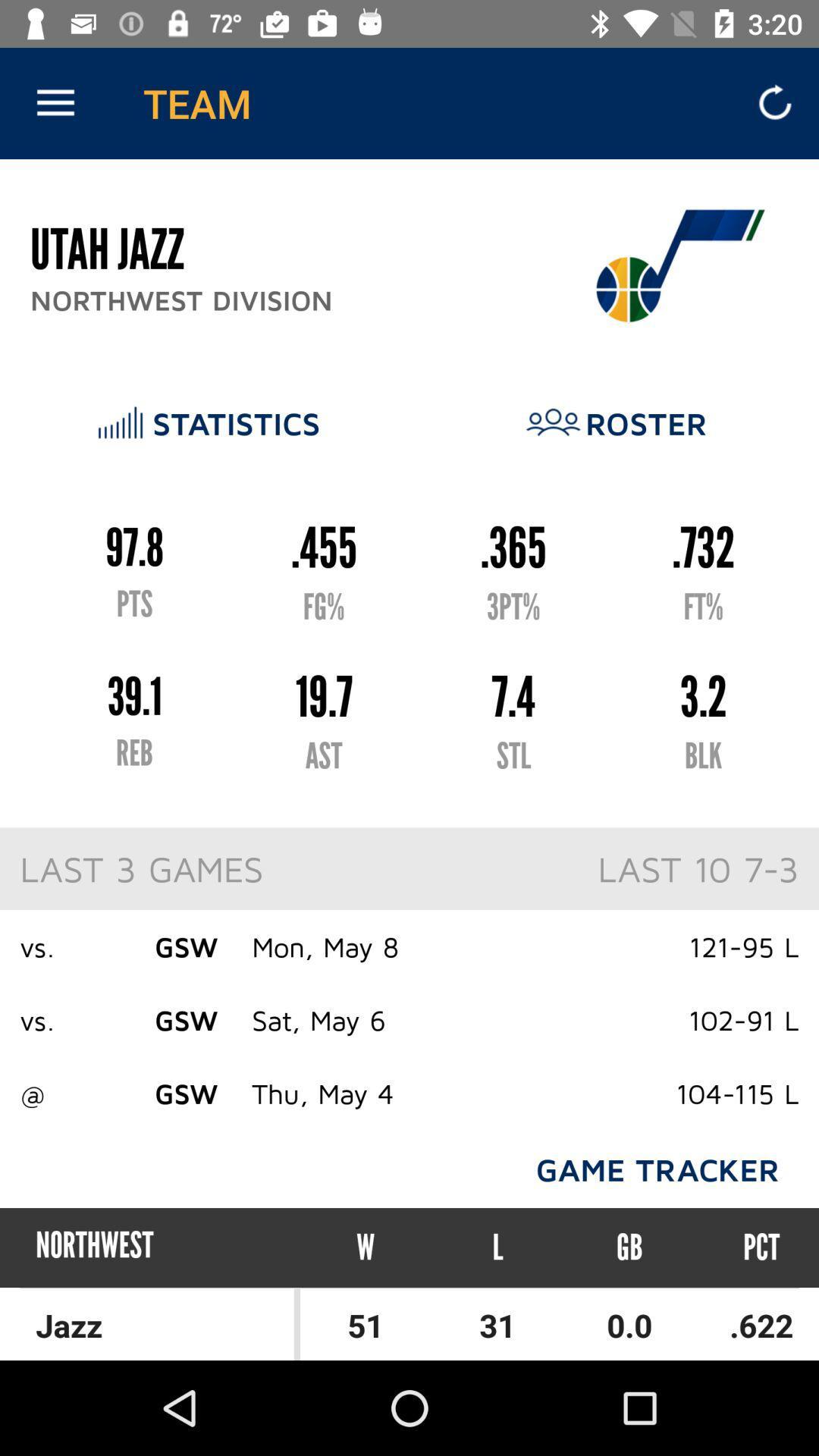 The image size is (819, 1456). Describe the element at coordinates (746, 1247) in the screenshot. I see `icon to the right of gb` at that location.